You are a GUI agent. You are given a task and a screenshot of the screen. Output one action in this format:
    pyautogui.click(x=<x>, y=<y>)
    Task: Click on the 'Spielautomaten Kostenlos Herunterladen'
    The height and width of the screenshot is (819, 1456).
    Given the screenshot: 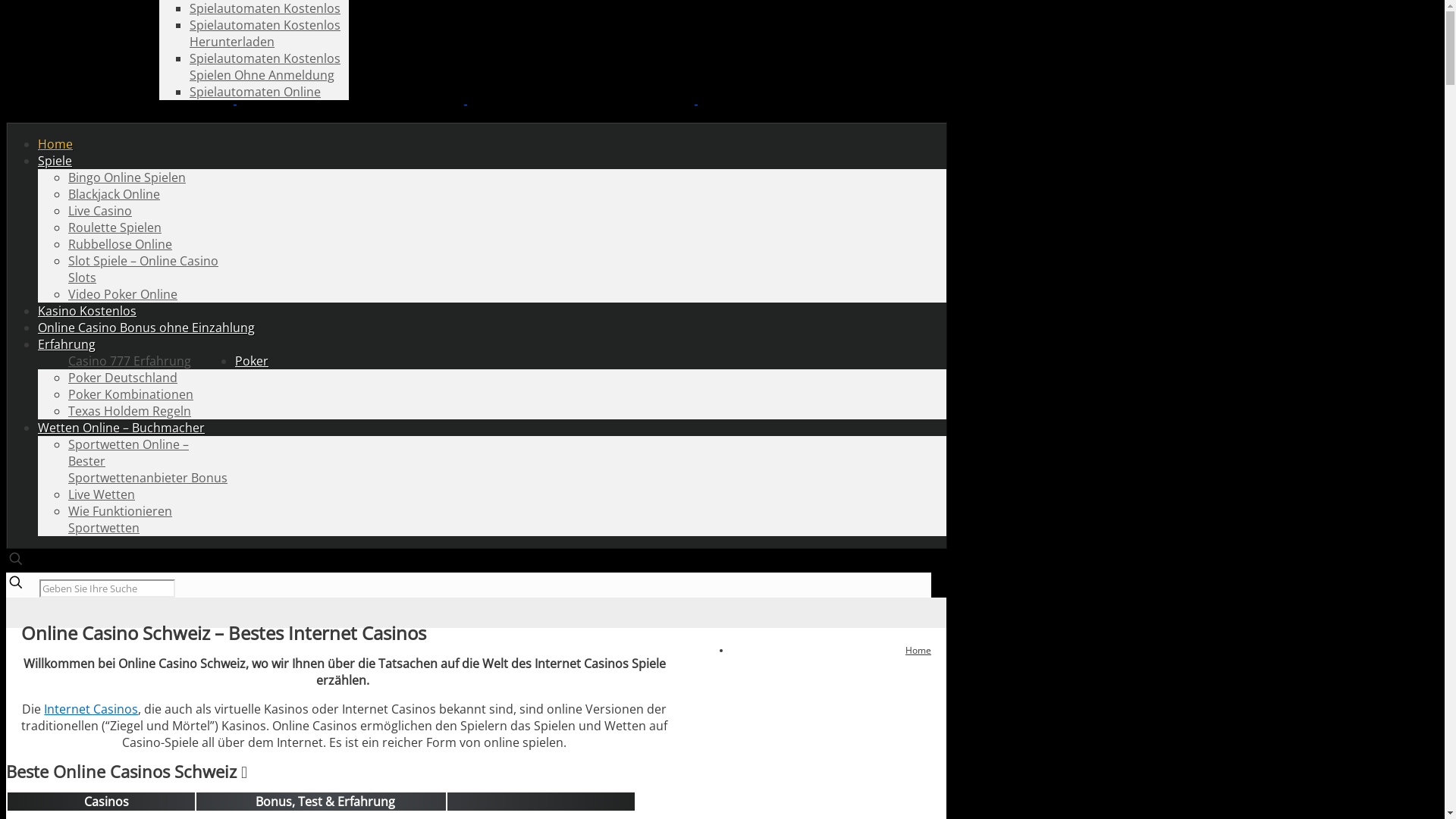 What is the action you would take?
    pyautogui.click(x=188, y=33)
    